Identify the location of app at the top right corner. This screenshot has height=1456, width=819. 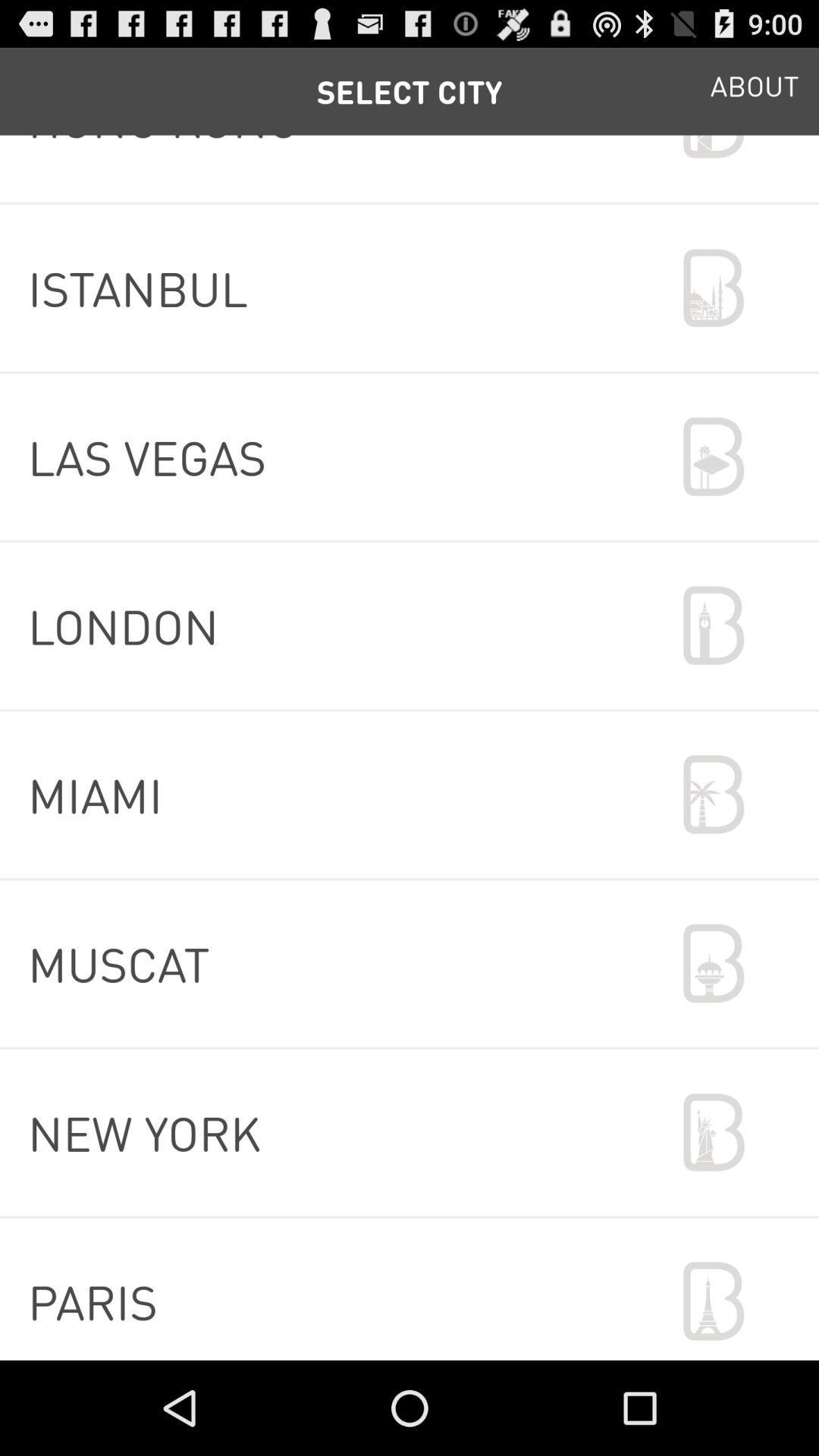
(755, 90).